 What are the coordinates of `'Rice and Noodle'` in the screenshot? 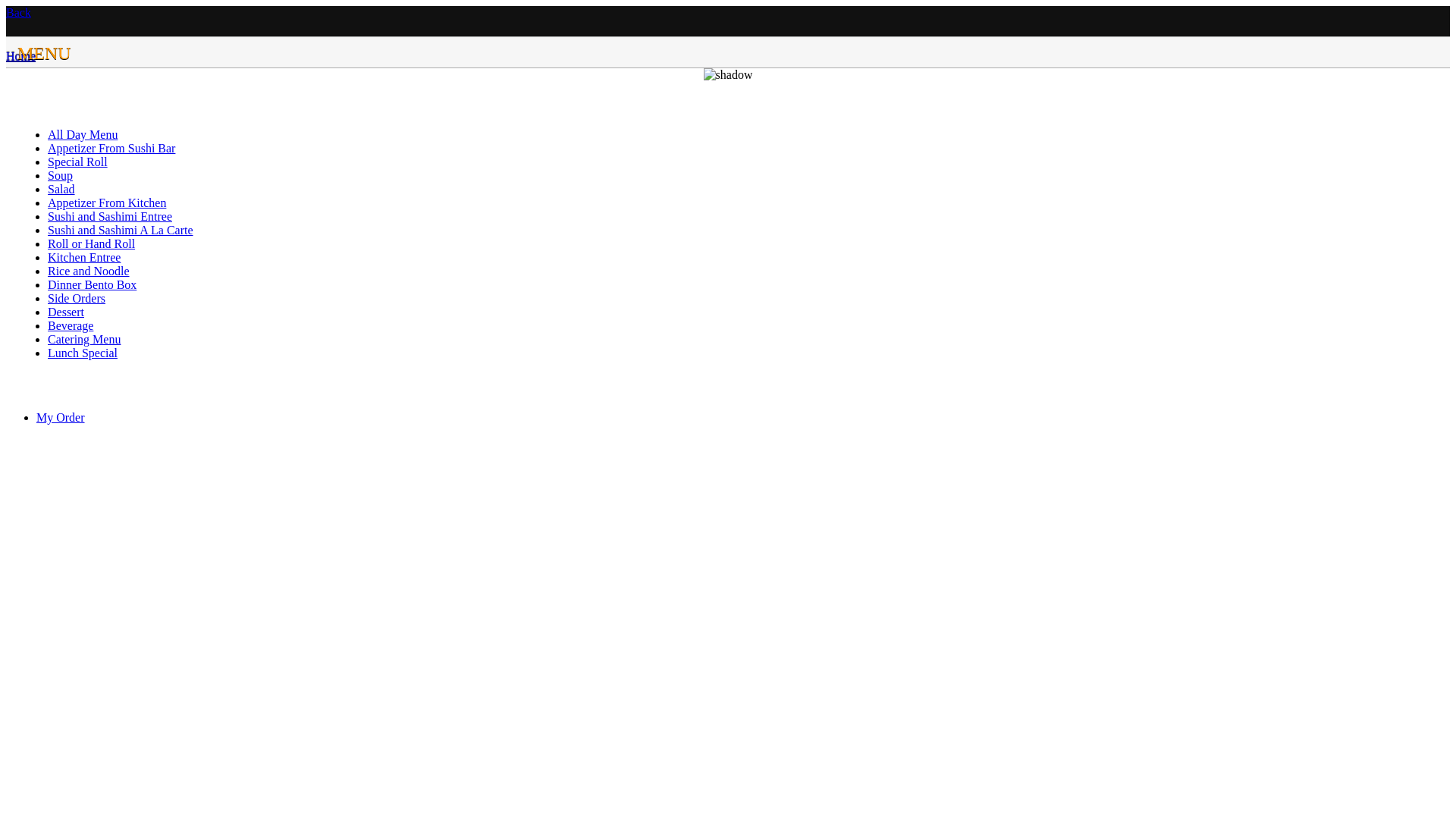 It's located at (87, 270).